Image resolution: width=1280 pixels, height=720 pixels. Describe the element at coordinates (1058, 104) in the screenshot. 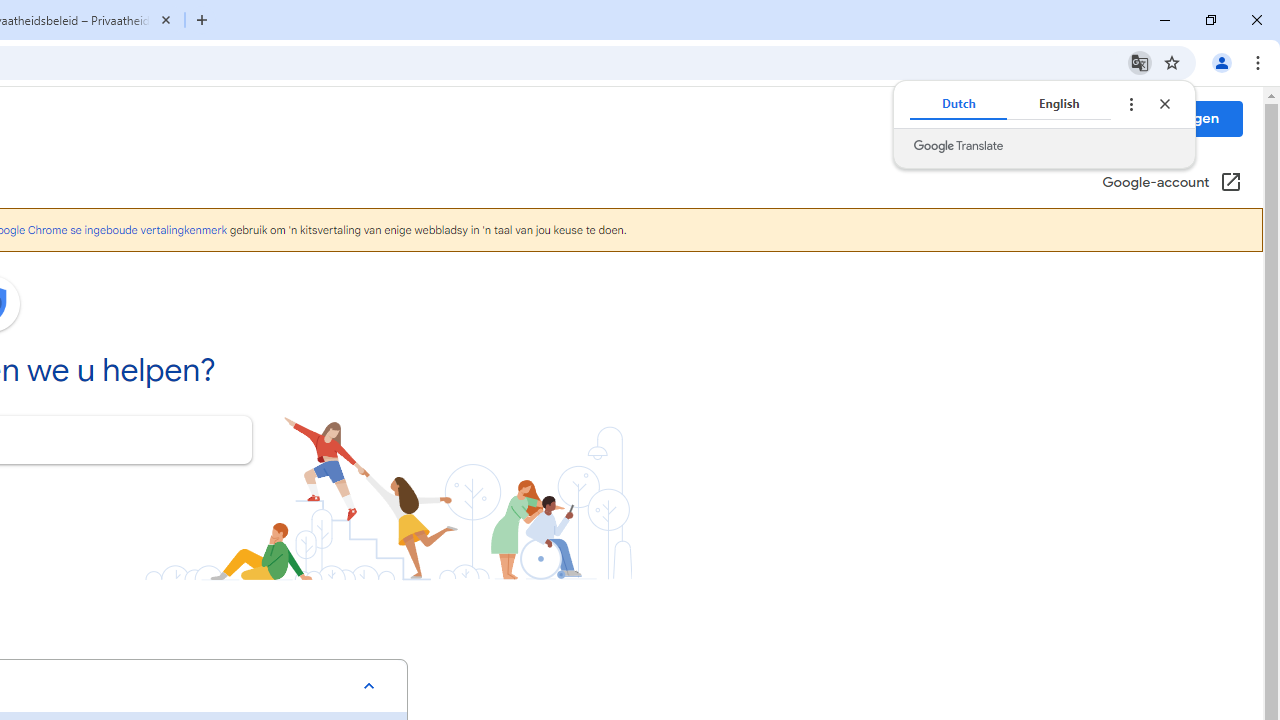

I see `'English'` at that location.